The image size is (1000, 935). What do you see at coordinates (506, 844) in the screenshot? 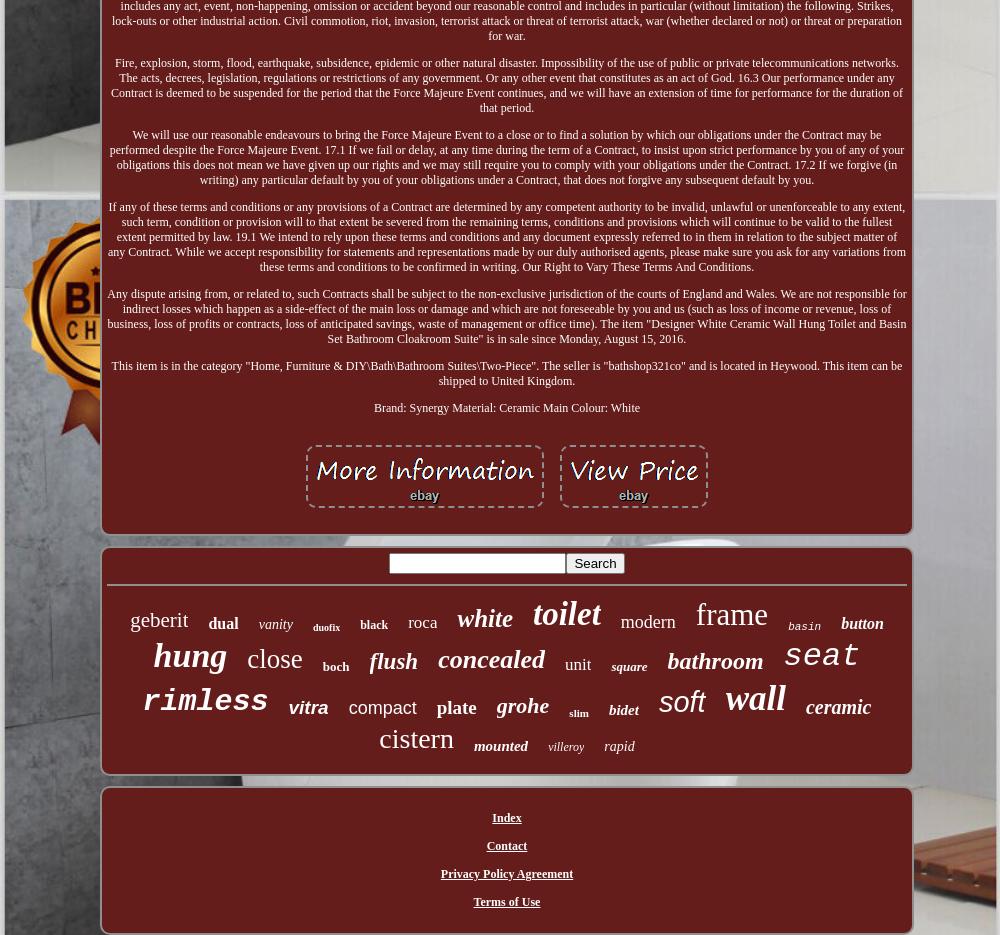
I see `'Contact'` at bounding box center [506, 844].